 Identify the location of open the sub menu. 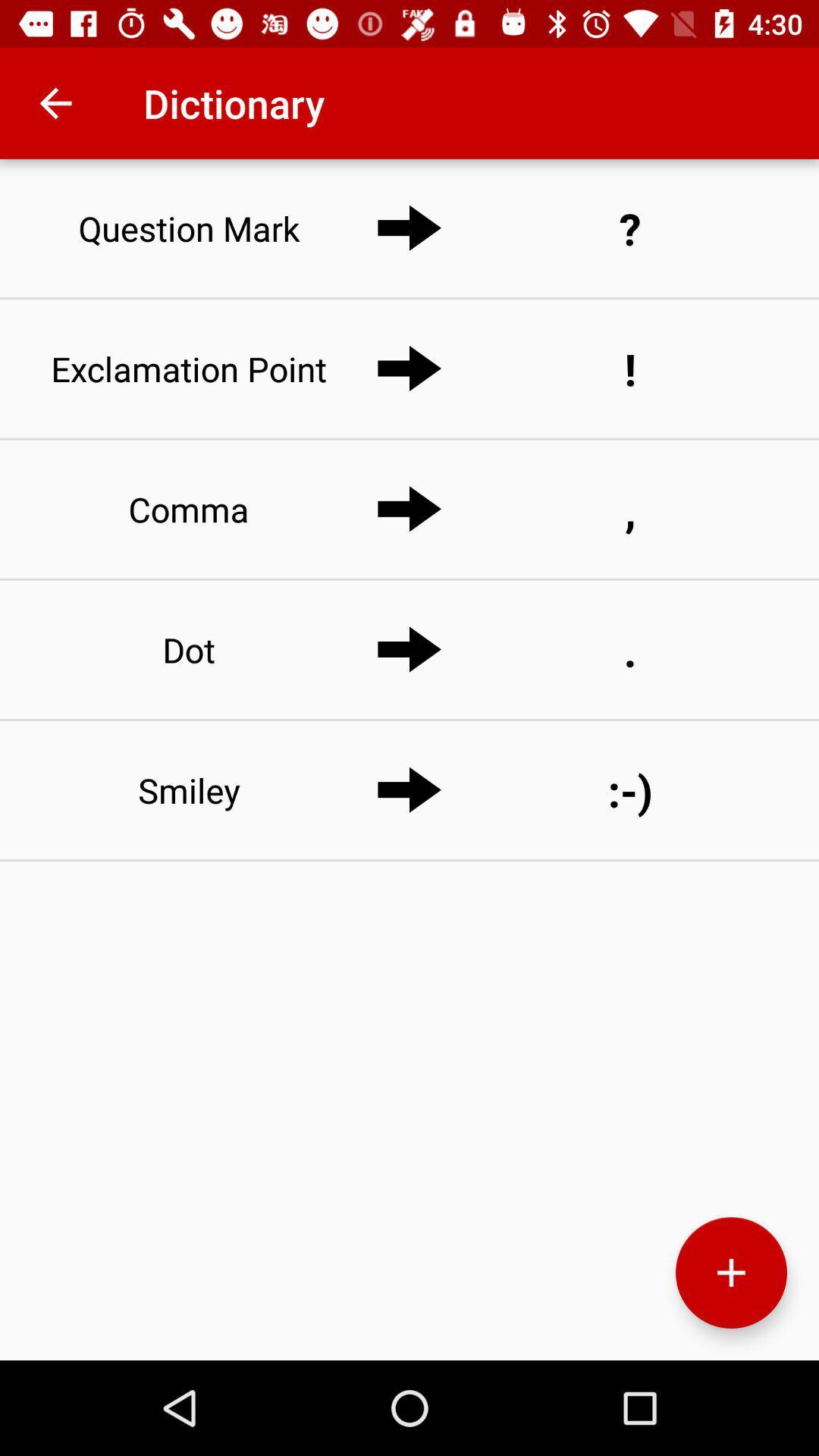
(730, 1272).